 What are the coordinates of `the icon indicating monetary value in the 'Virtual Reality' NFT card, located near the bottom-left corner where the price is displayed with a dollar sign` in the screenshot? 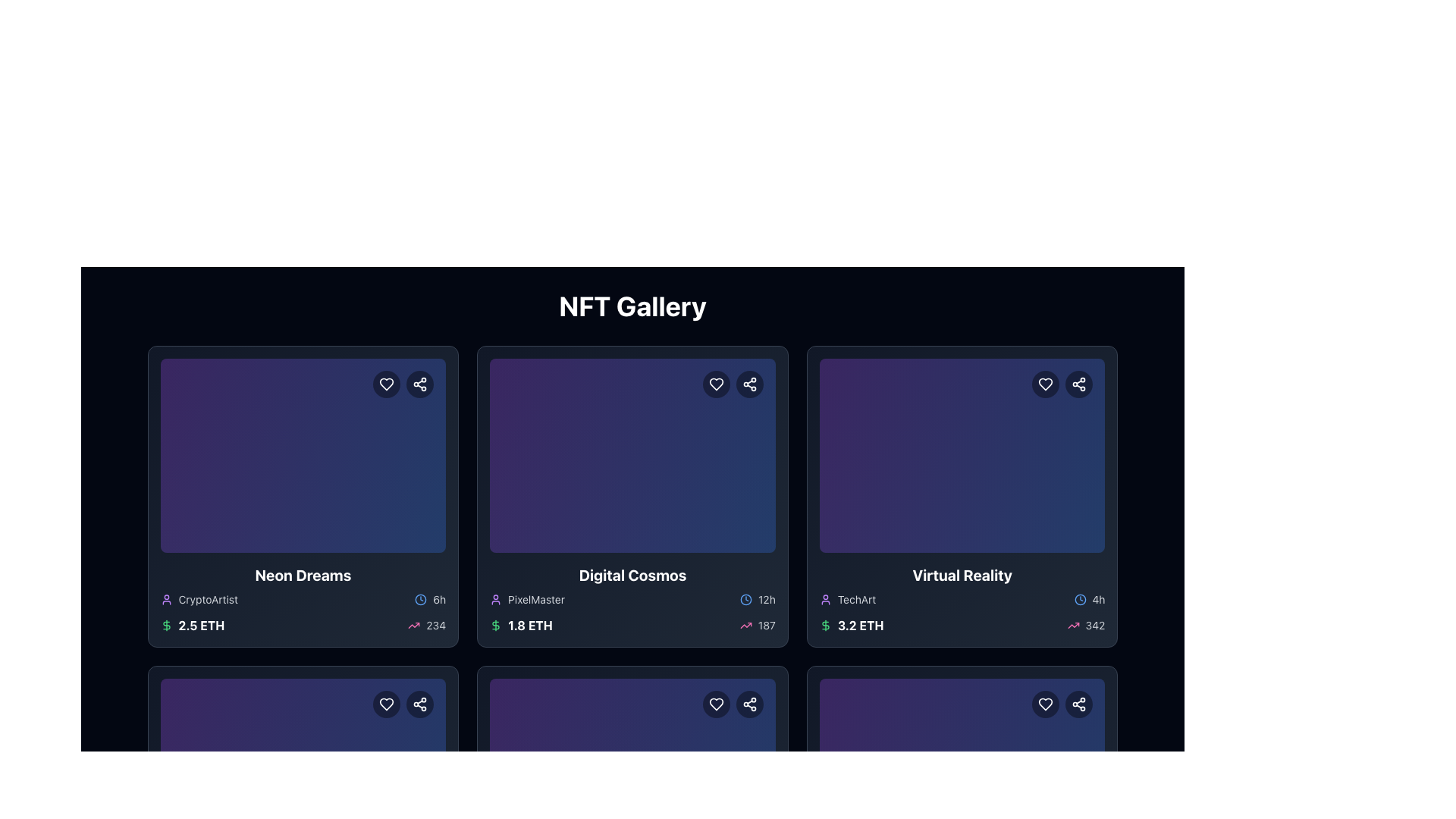 It's located at (824, 626).